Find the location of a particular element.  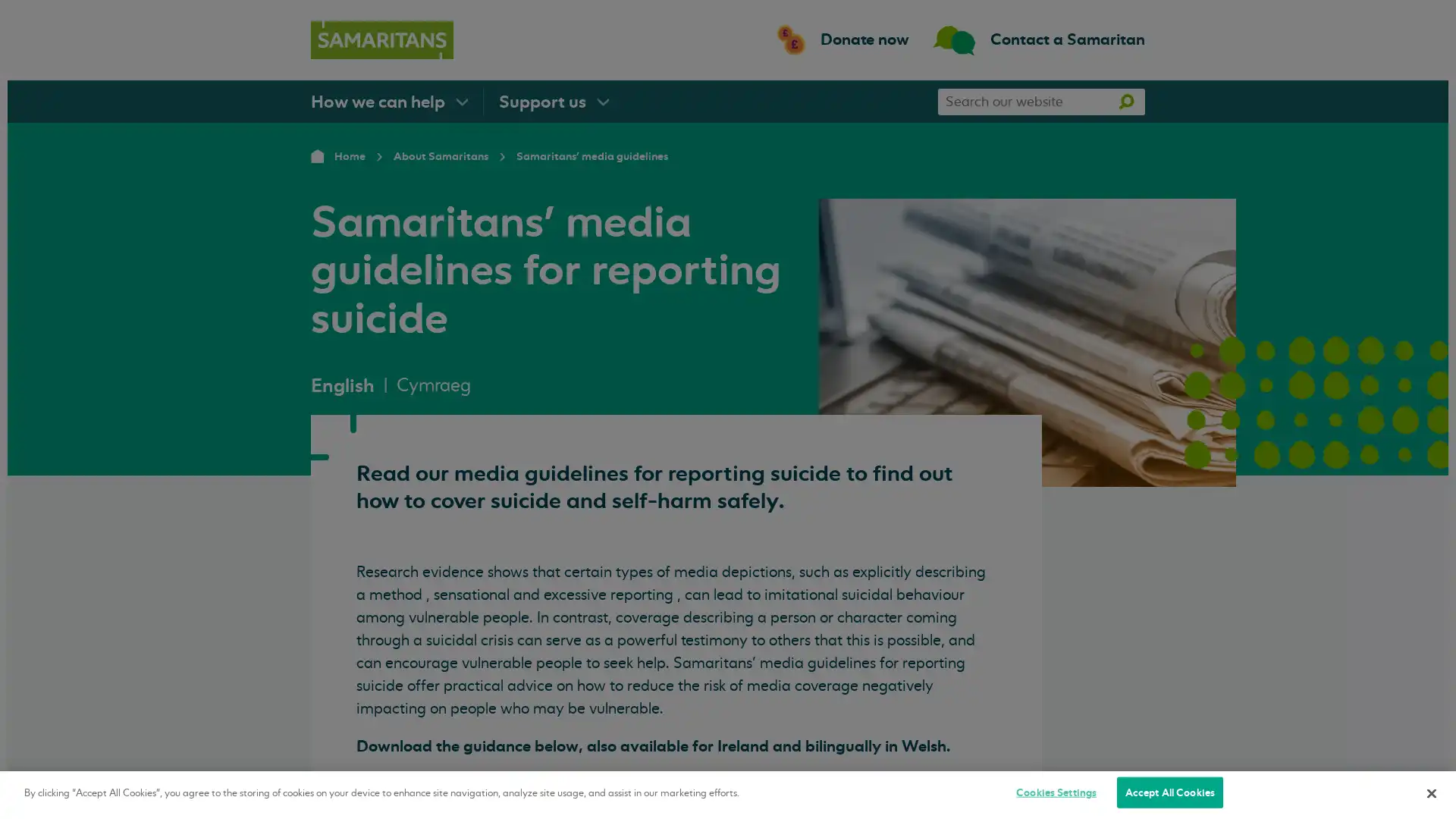

Close is located at coordinates (1430, 792).